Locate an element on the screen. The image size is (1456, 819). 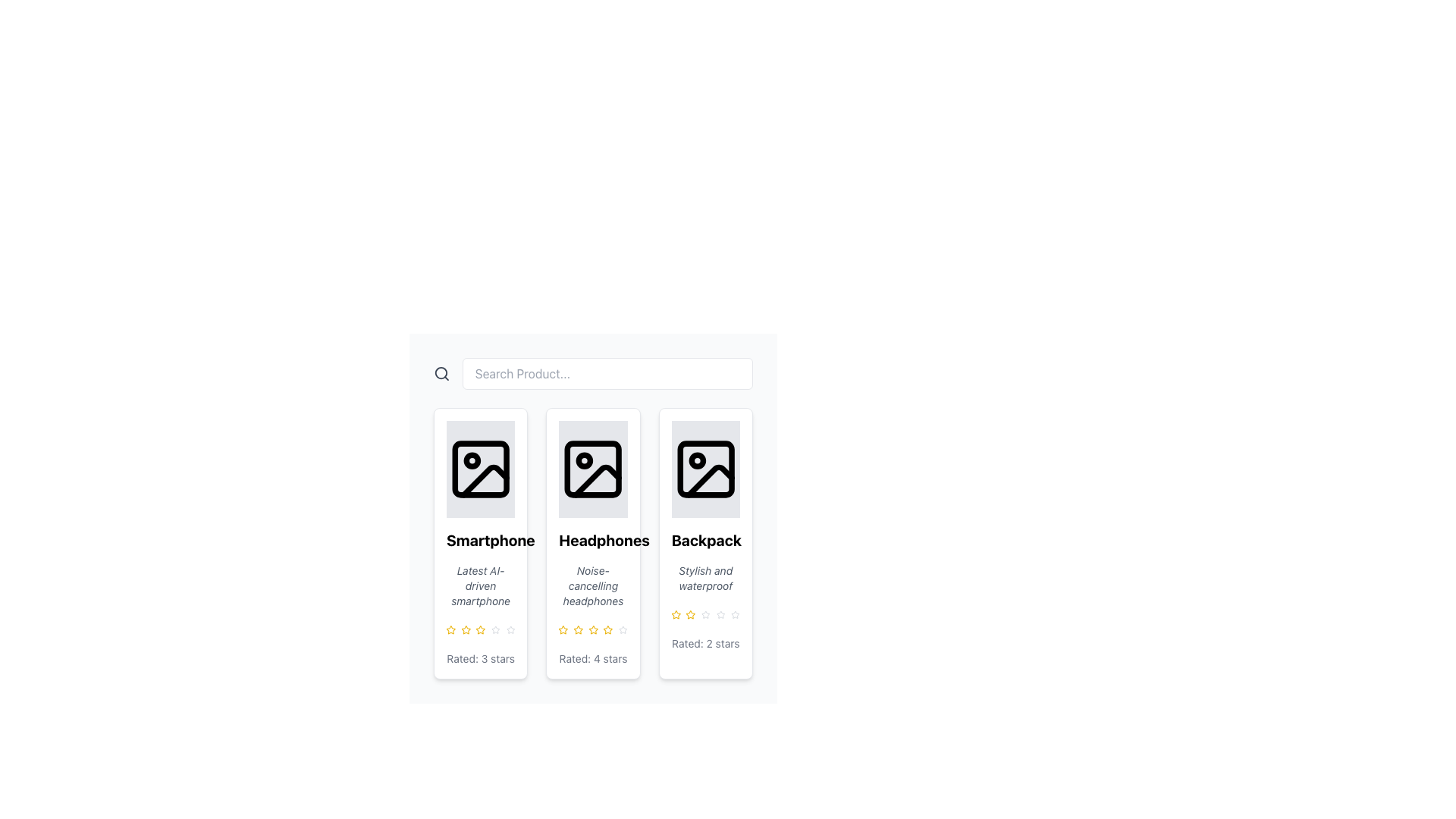
the interactive yellow star icon used for rating, located in the second card for the product 'Headphones', which is the third star in a group of five stars is located at coordinates (608, 629).